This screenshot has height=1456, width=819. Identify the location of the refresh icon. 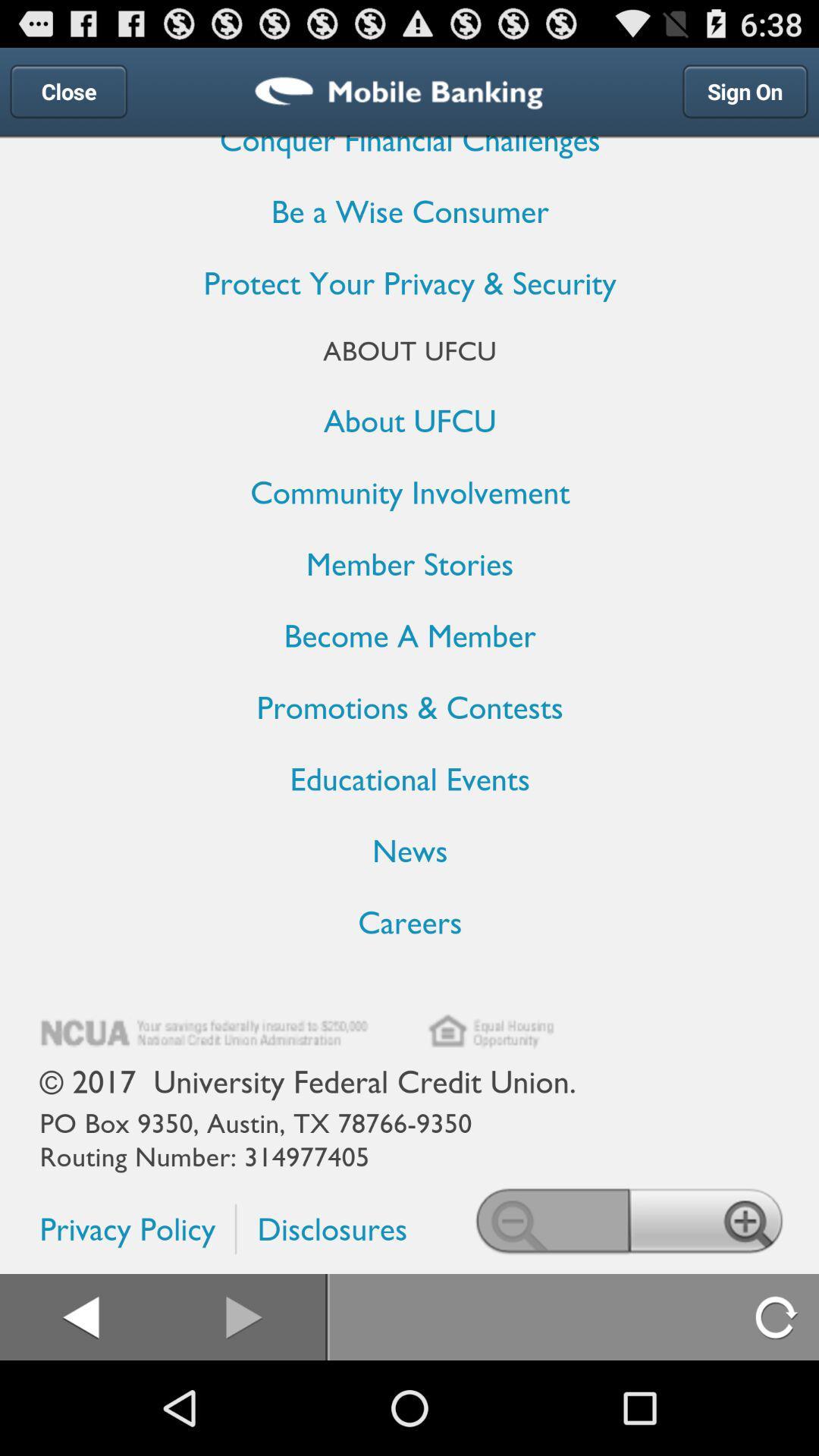
(777, 1409).